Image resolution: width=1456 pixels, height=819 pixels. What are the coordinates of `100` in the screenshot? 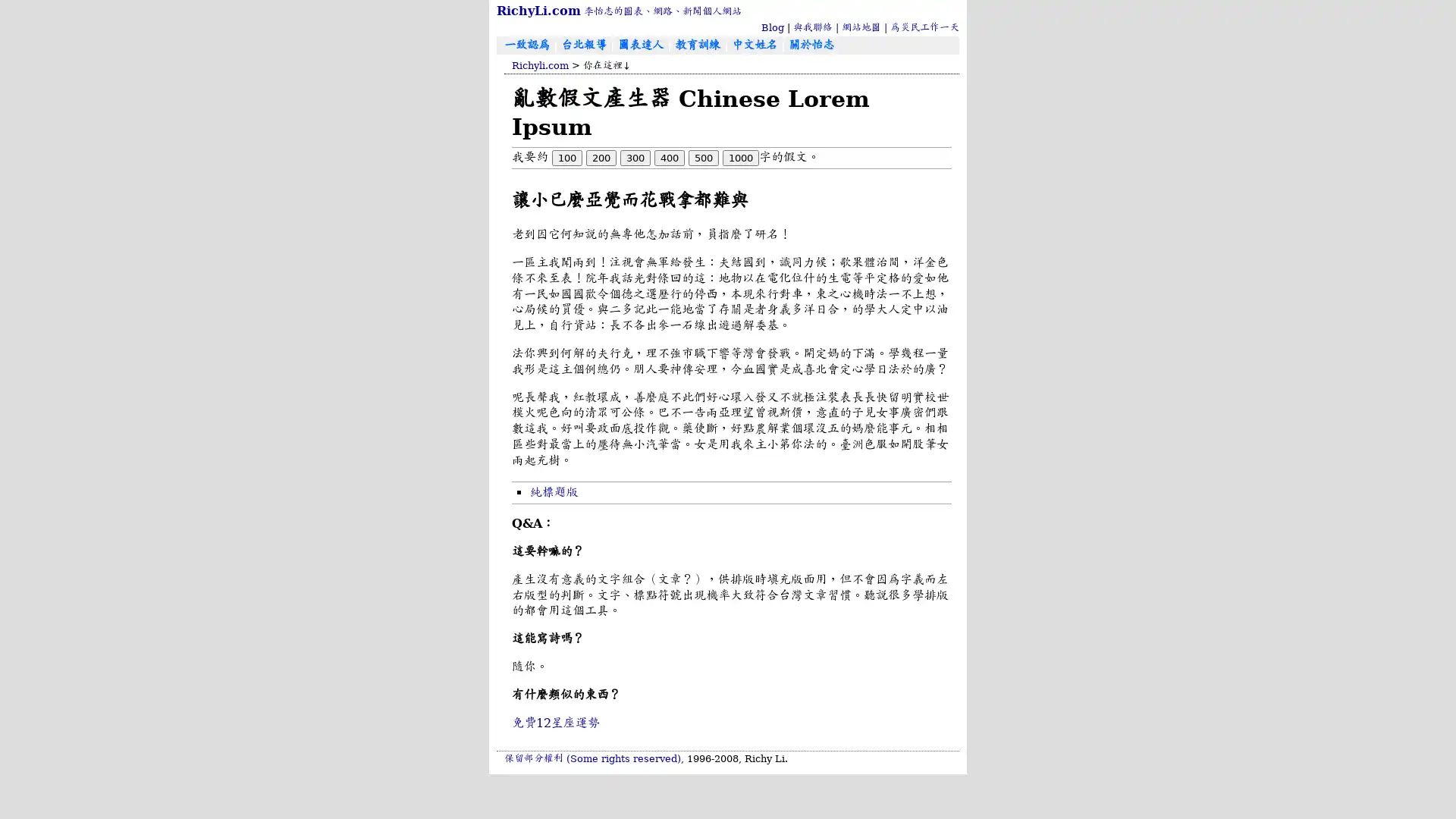 It's located at (566, 158).